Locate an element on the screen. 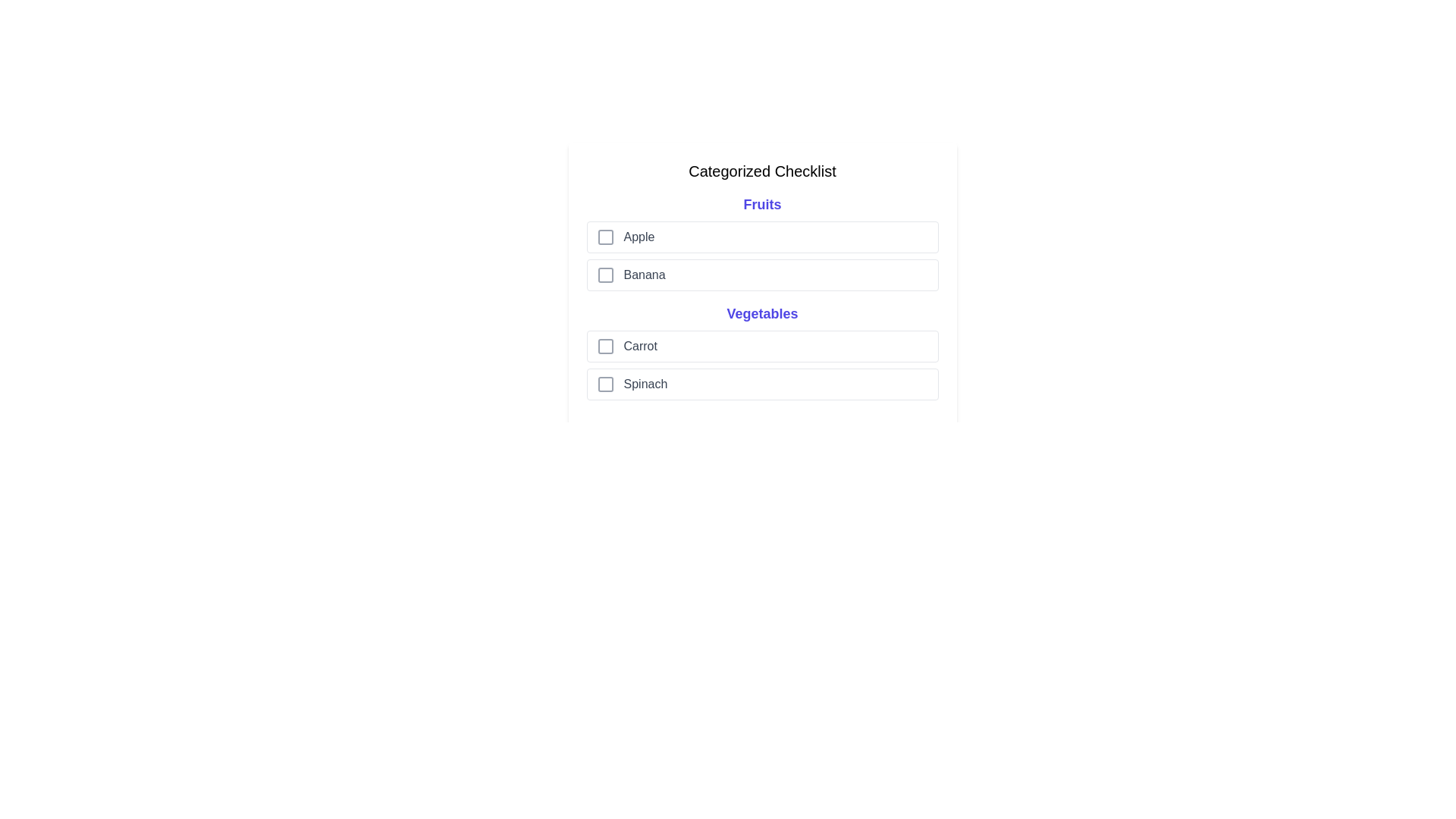 This screenshot has width=1456, height=819. the checkbox for the item labeled 'Apple' to check or uncheck it is located at coordinates (604, 237).